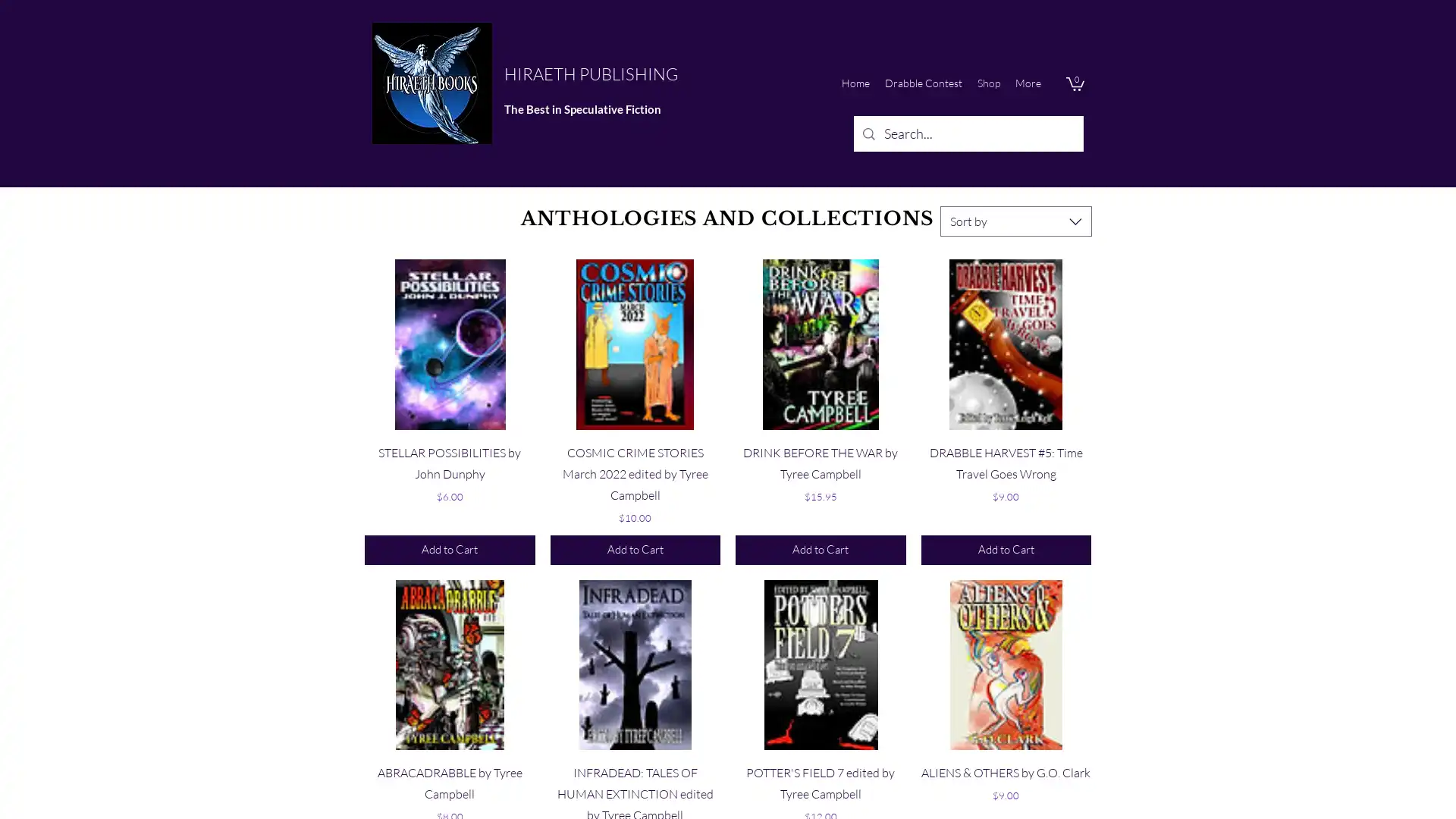  I want to click on Cart with 0 items, so click(1074, 83).